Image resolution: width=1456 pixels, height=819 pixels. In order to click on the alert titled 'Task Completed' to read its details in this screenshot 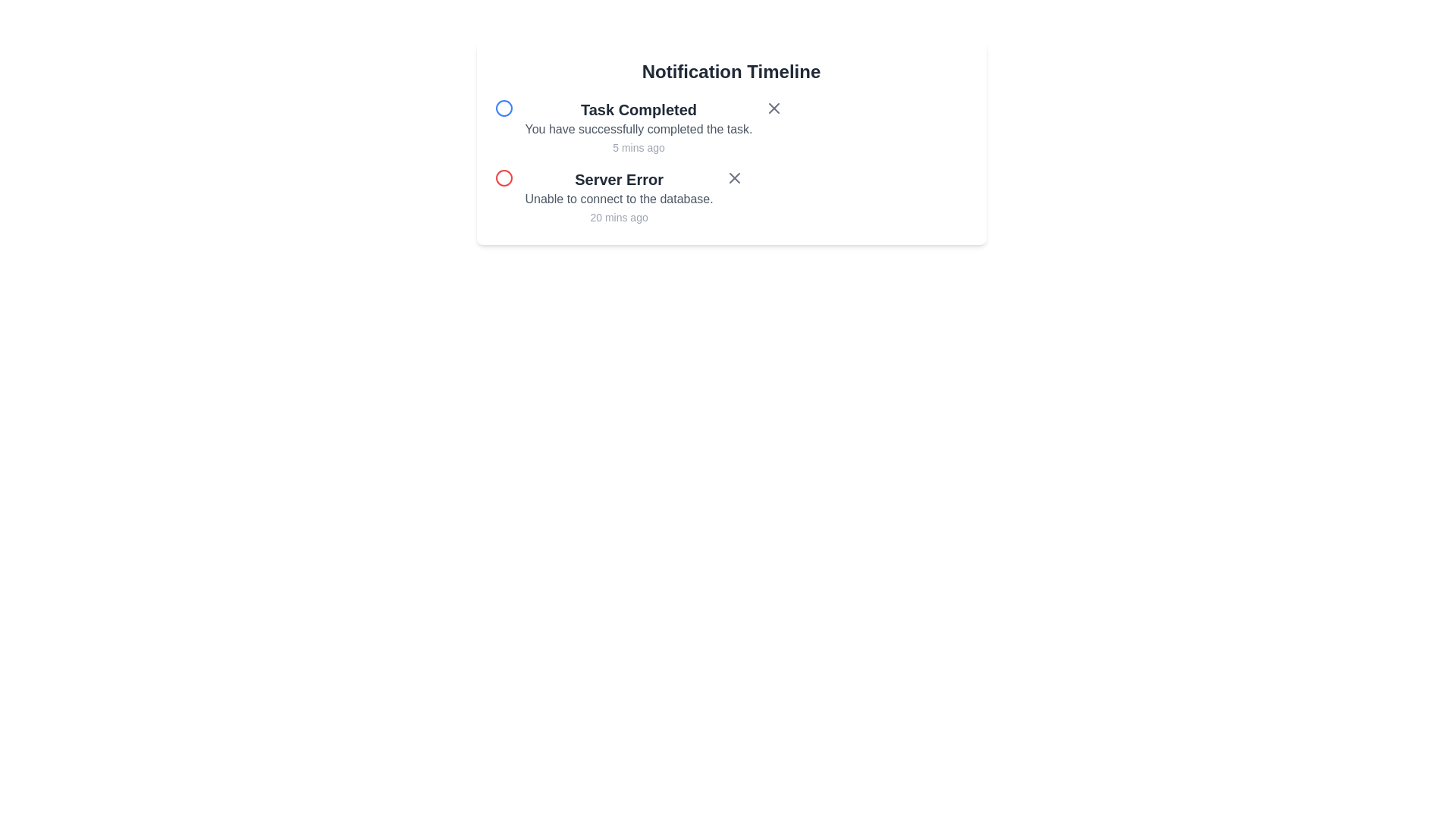, I will do `click(639, 109)`.